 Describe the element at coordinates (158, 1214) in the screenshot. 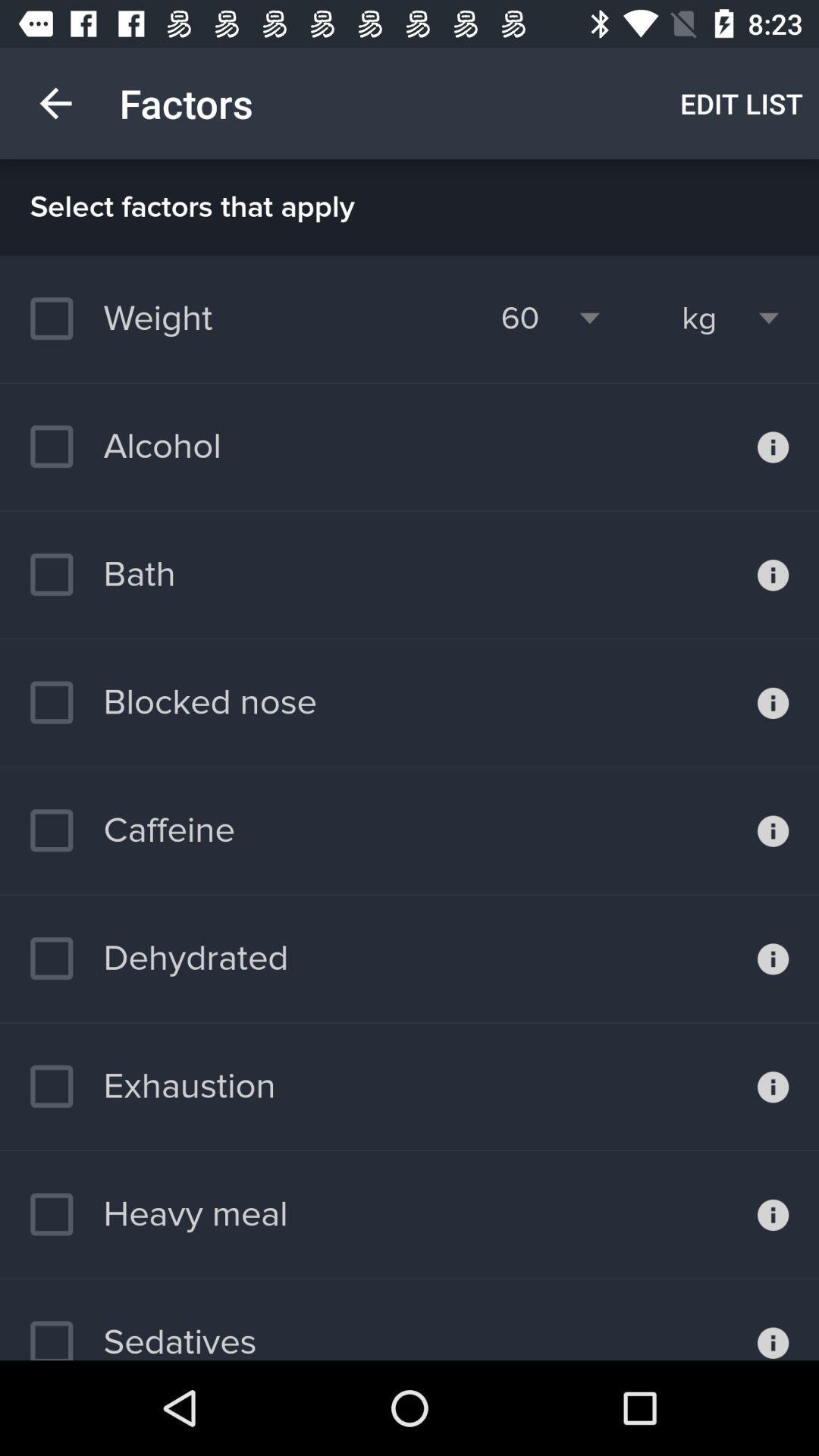

I see `heavy meal icon` at that location.